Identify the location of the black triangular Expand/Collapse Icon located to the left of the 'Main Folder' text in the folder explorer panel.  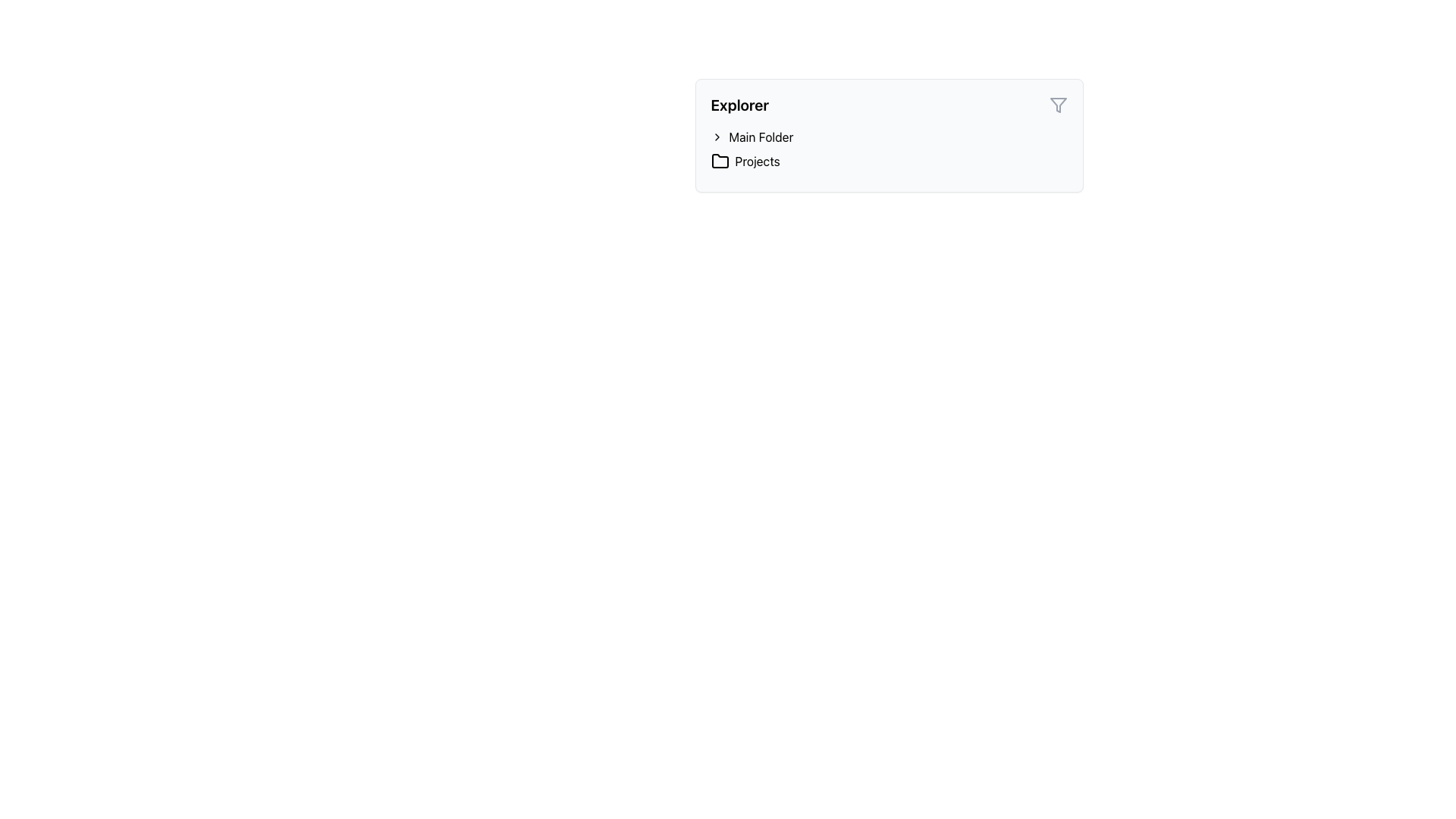
(716, 137).